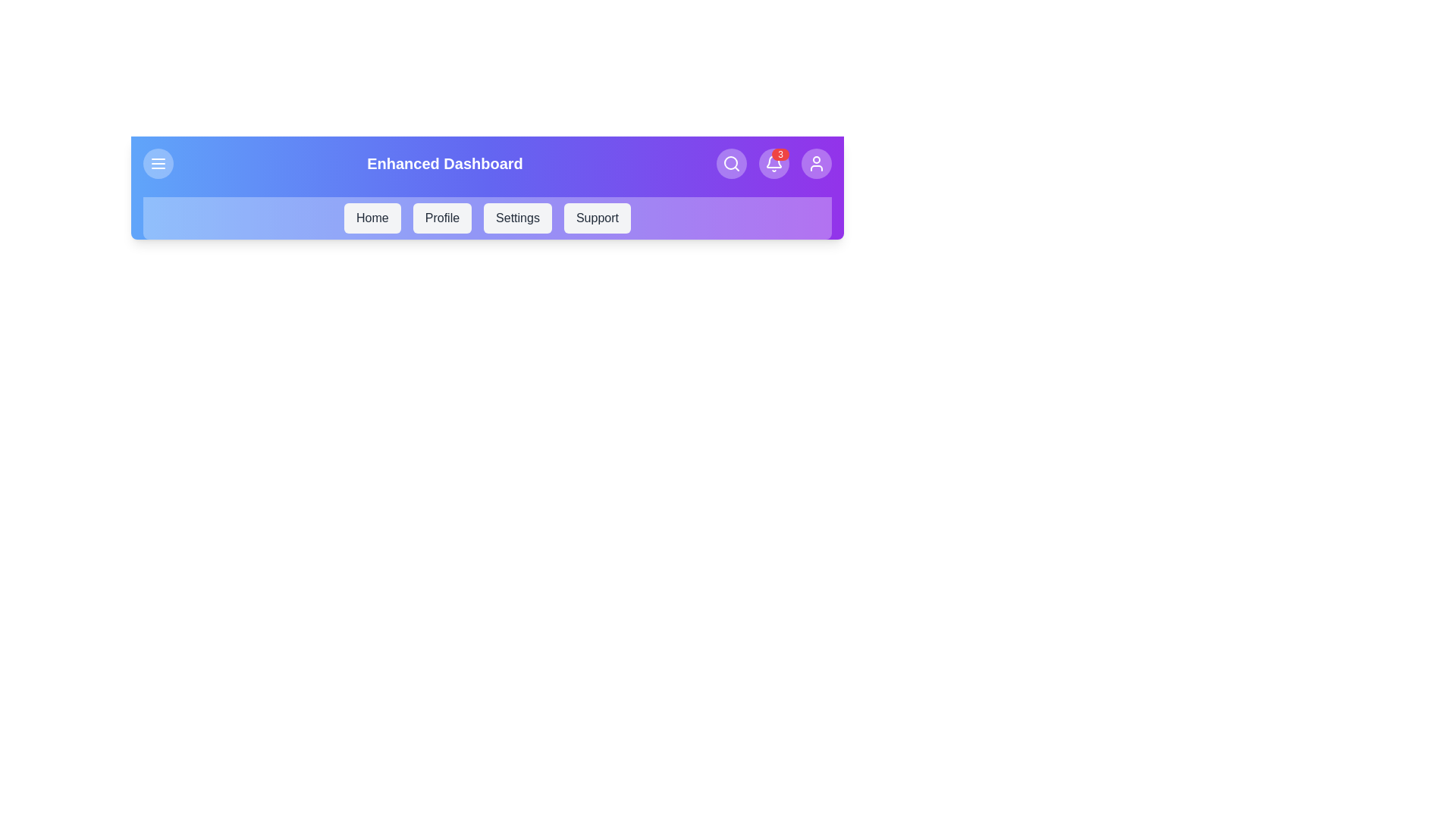  What do you see at coordinates (158, 164) in the screenshot?
I see `menu toggle button to toggle the menu visibility` at bounding box center [158, 164].